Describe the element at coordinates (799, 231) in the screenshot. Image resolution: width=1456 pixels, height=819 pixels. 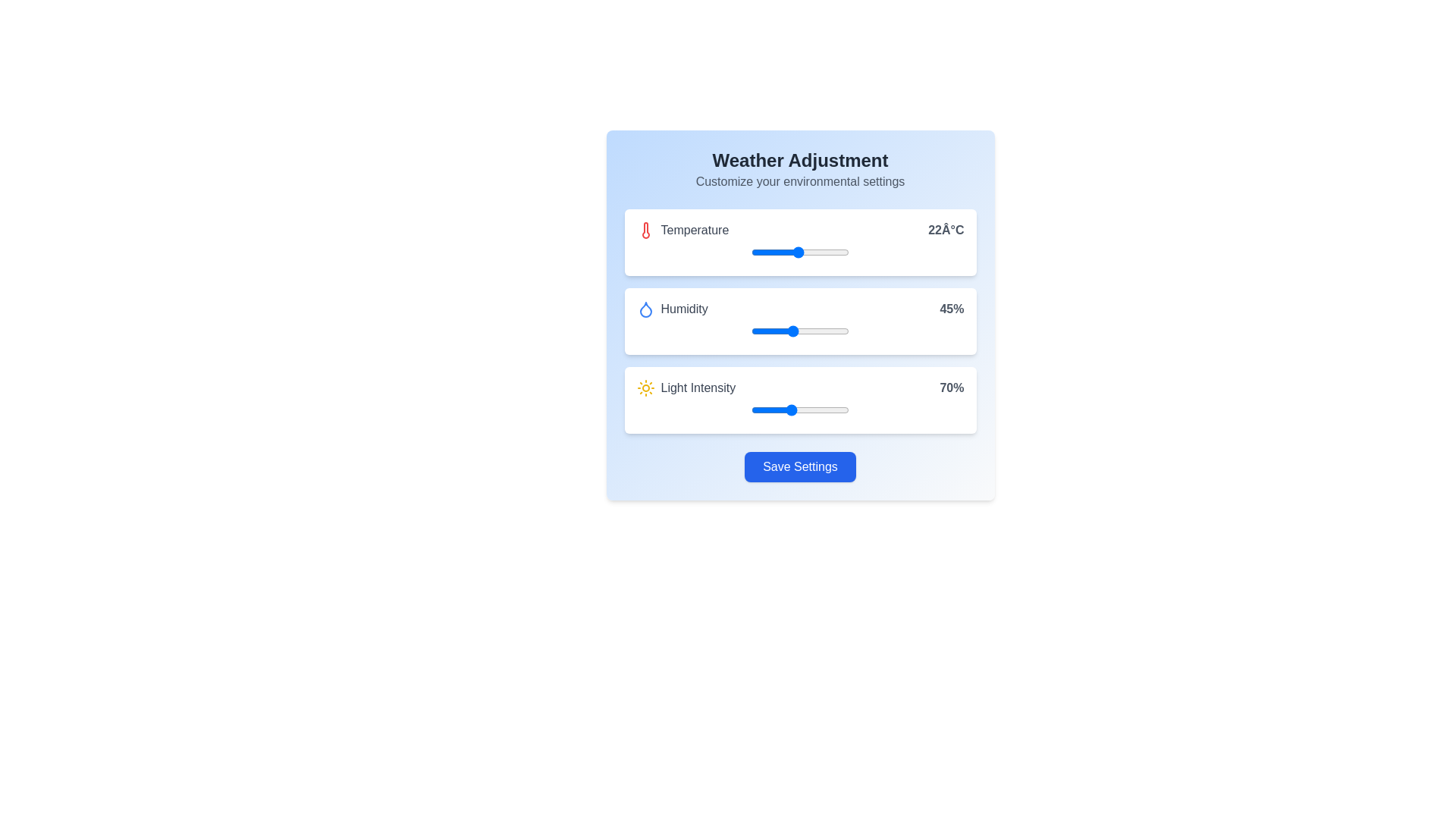
I see `the Information display row that shows the temperature setting located at the top of the weather adjustment section` at that location.